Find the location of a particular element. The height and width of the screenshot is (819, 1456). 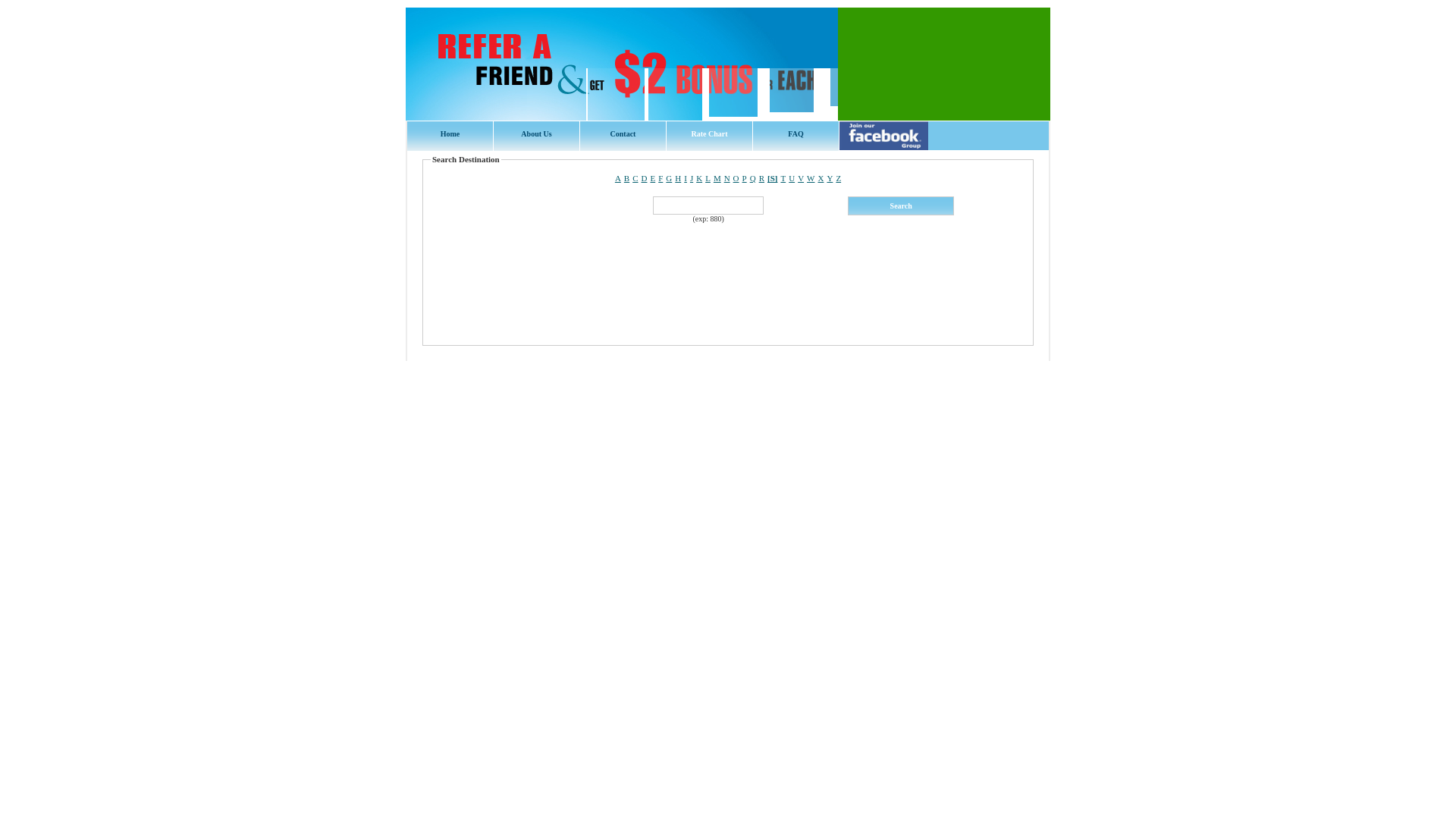

'X' is located at coordinates (819, 177).